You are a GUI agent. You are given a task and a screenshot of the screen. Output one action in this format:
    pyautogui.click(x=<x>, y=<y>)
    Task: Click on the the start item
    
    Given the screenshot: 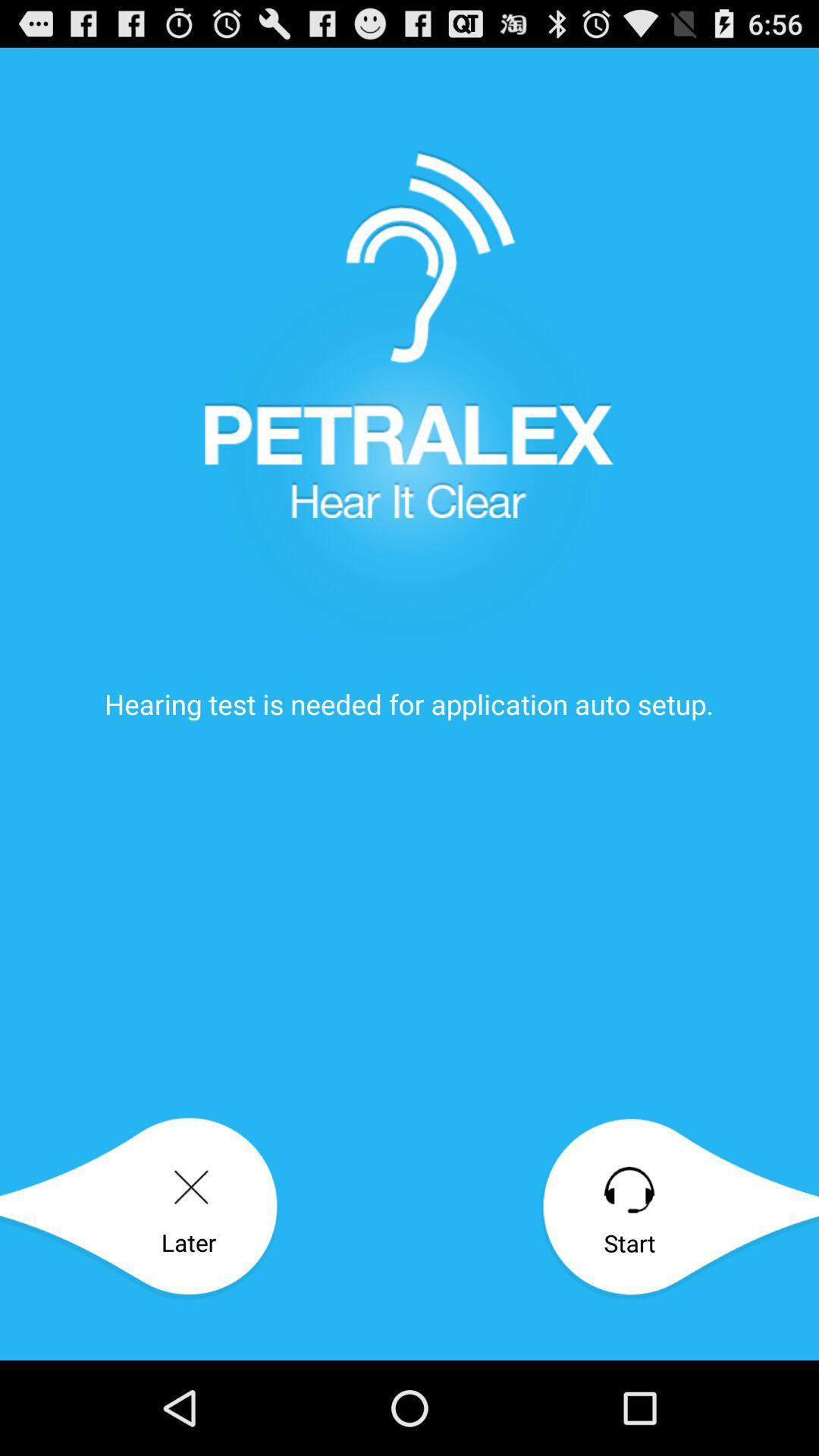 What is the action you would take?
    pyautogui.click(x=679, y=1208)
    